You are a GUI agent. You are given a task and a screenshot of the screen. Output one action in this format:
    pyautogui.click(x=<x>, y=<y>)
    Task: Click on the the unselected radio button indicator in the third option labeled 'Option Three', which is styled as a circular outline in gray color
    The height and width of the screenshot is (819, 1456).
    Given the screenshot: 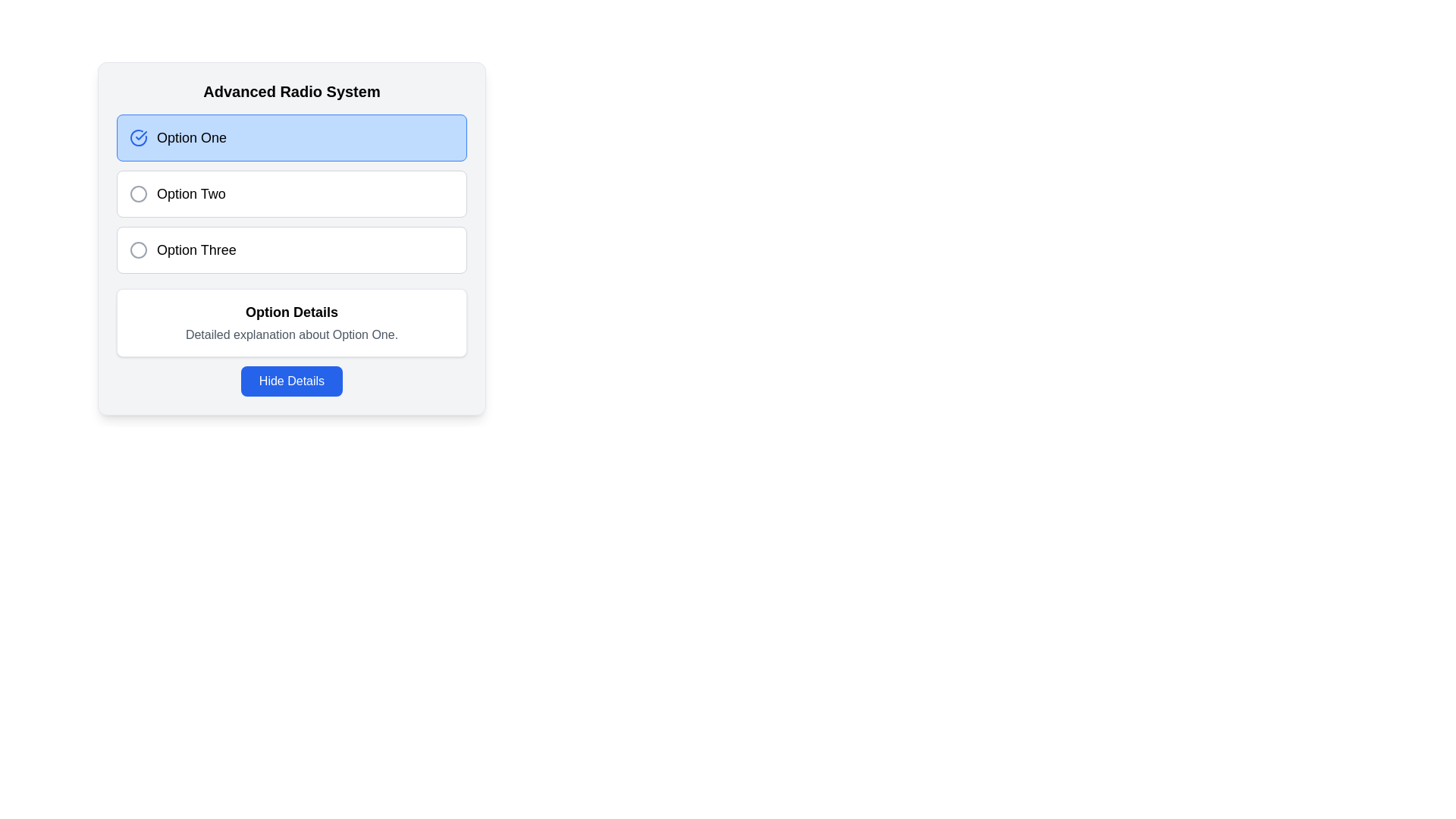 What is the action you would take?
    pyautogui.click(x=138, y=249)
    